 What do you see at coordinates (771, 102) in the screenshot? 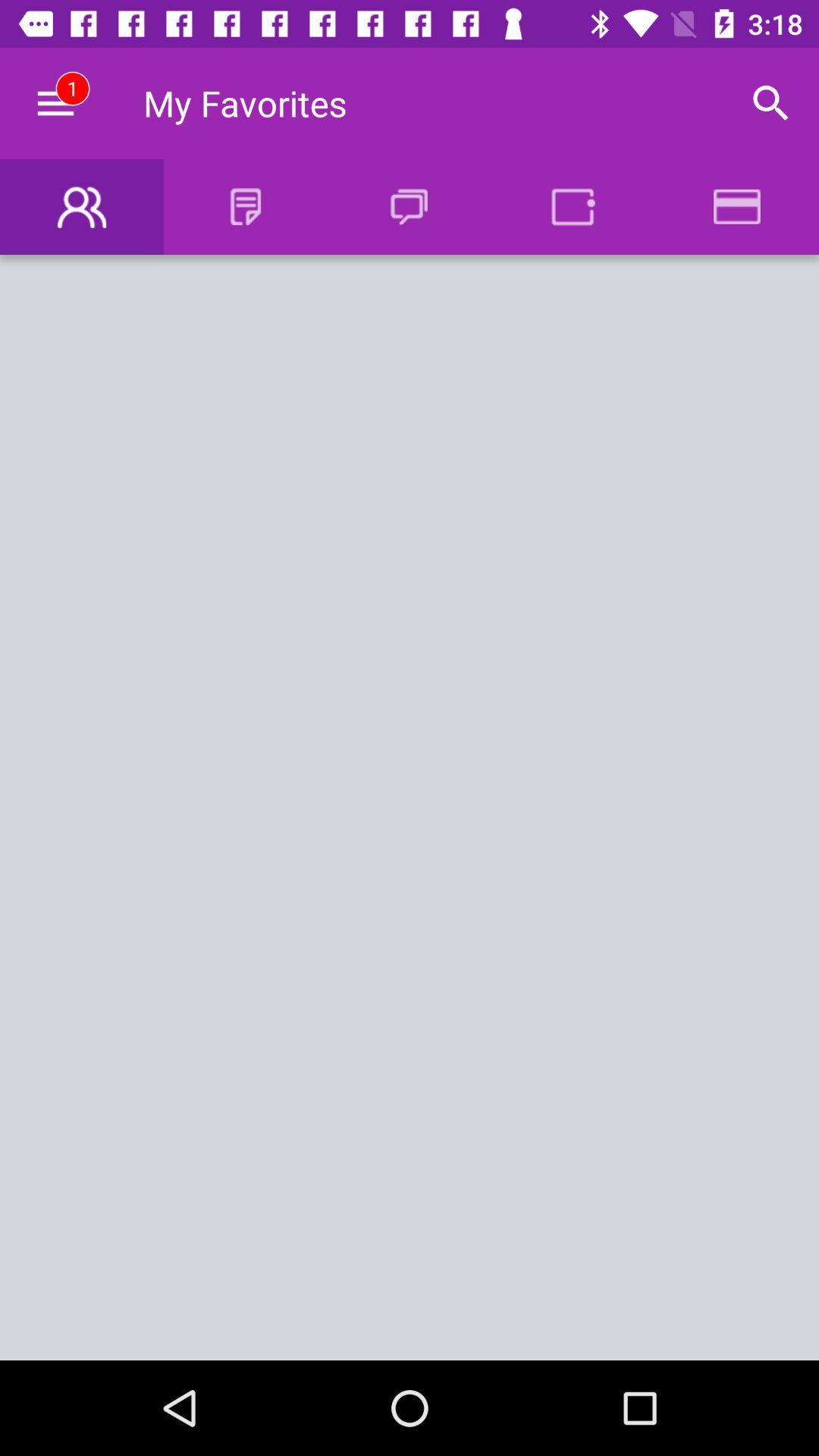
I see `the item to the right of the my favorites item` at bounding box center [771, 102].